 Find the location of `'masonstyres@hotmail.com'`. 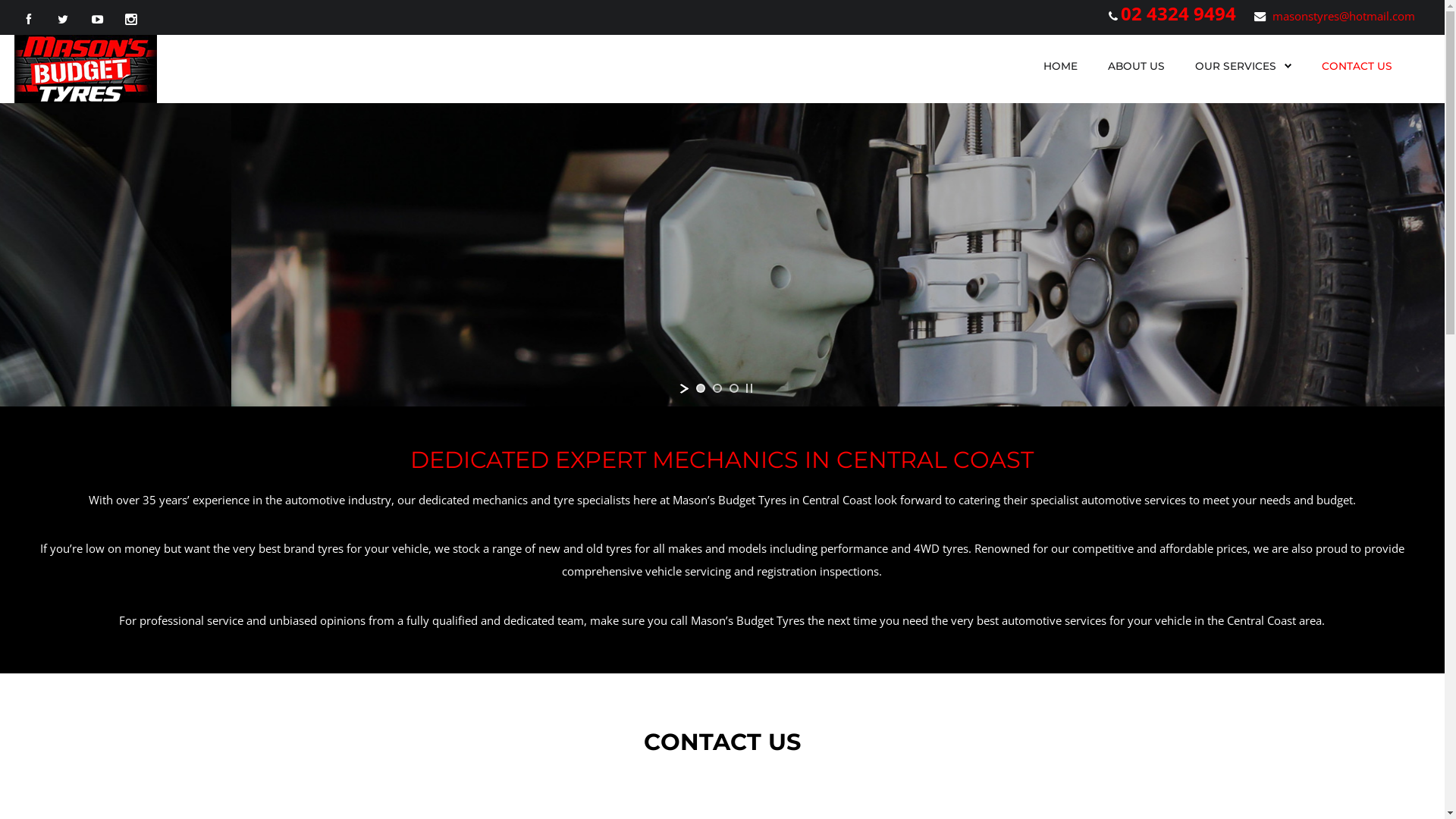

'masonstyres@hotmail.com' is located at coordinates (1343, 15).